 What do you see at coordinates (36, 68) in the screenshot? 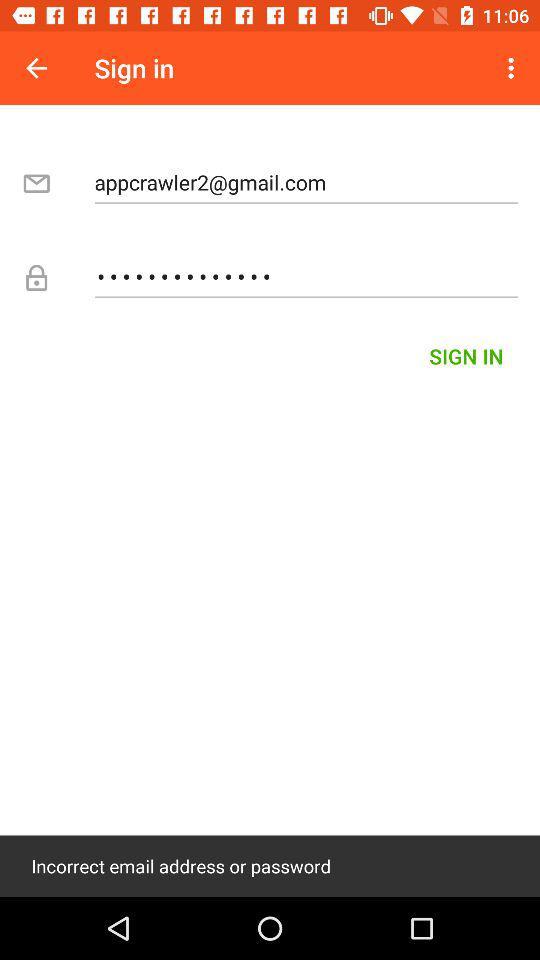
I see `icon to the left of the sign in item` at bounding box center [36, 68].